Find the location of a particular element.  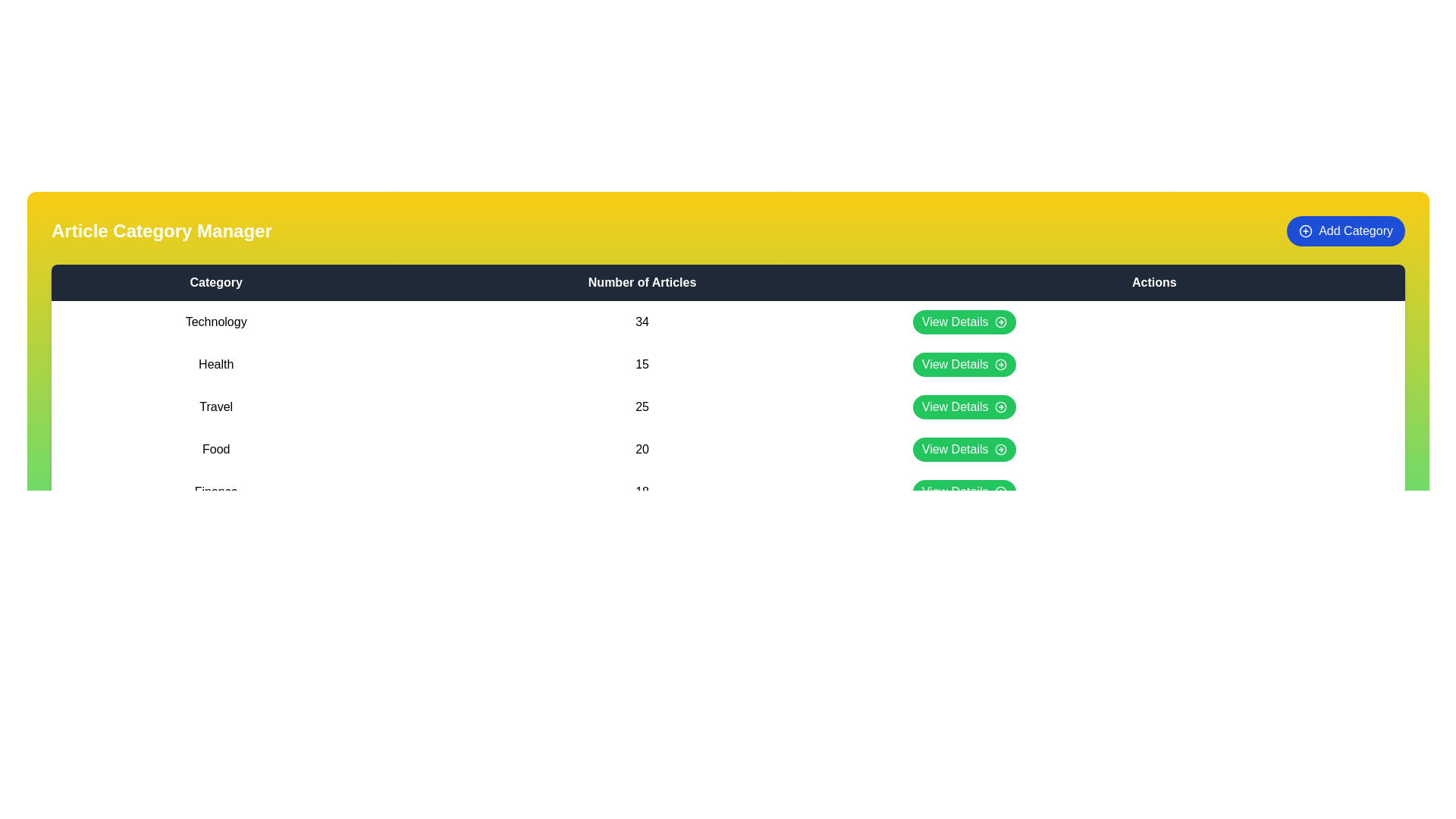

the category name Finance in the table is located at coordinates (215, 491).